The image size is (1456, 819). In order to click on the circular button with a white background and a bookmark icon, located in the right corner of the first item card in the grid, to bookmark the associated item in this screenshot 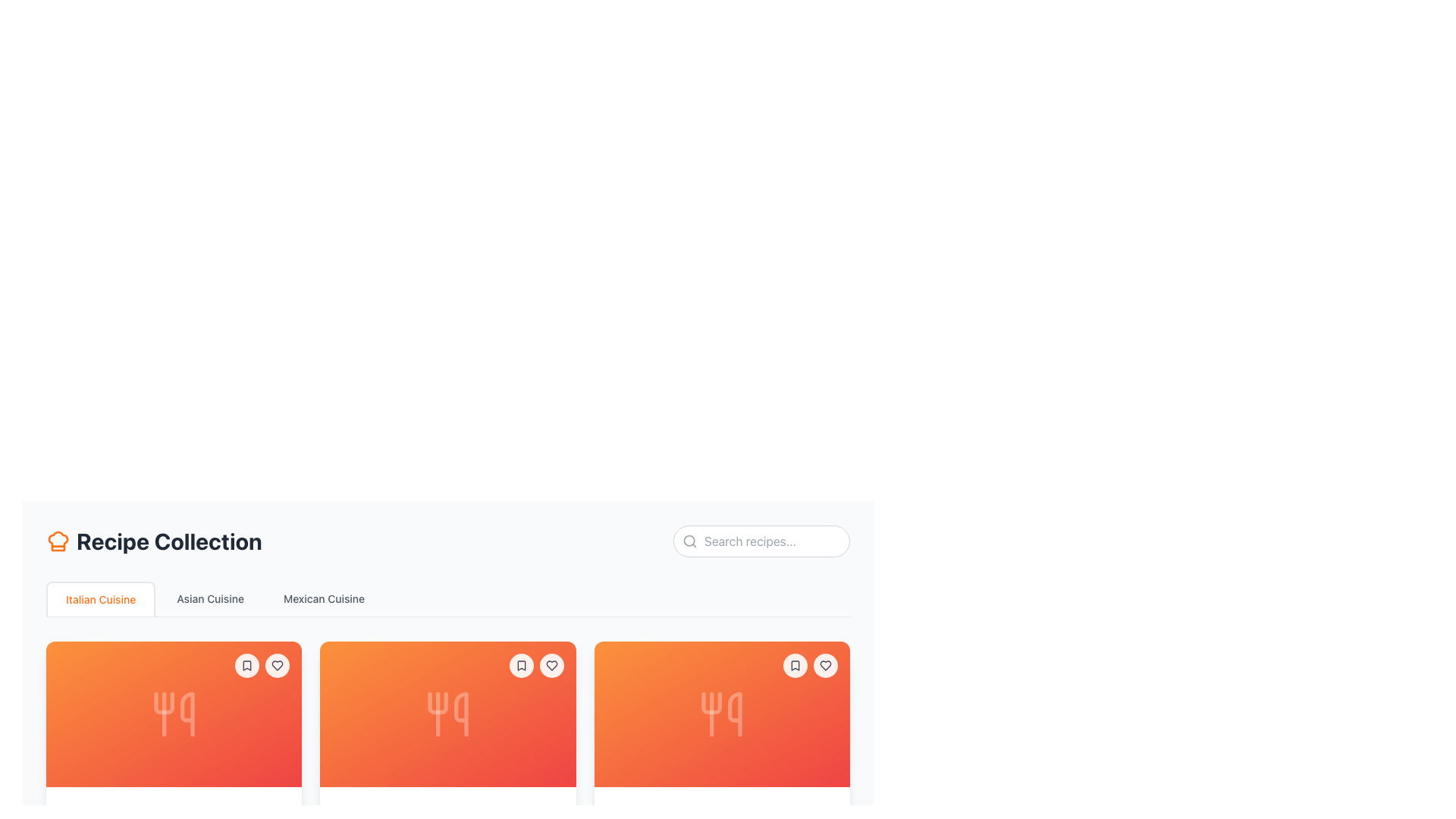, I will do `click(247, 665)`.